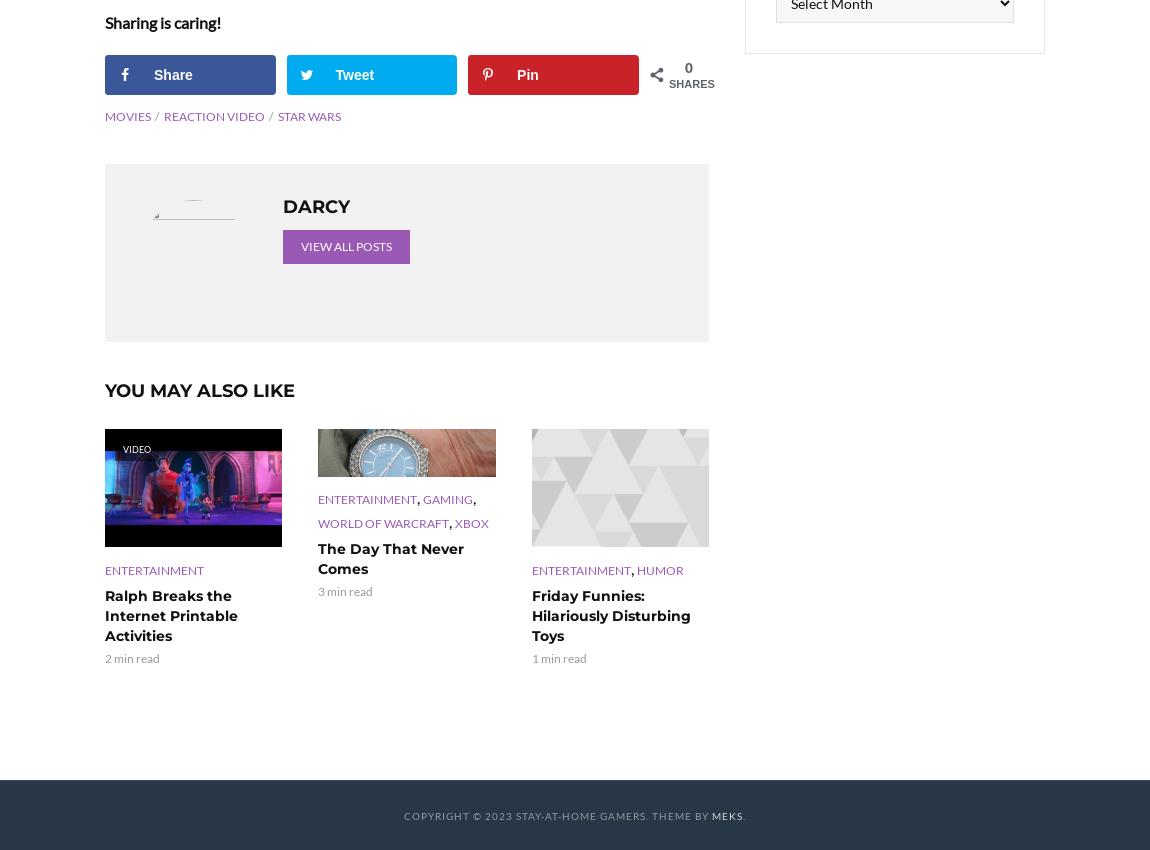 The width and height of the screenshot is (1150, 850). Describe the element at coordinates (103, 114) in the screenshot. I see `'Movies'` at that location.